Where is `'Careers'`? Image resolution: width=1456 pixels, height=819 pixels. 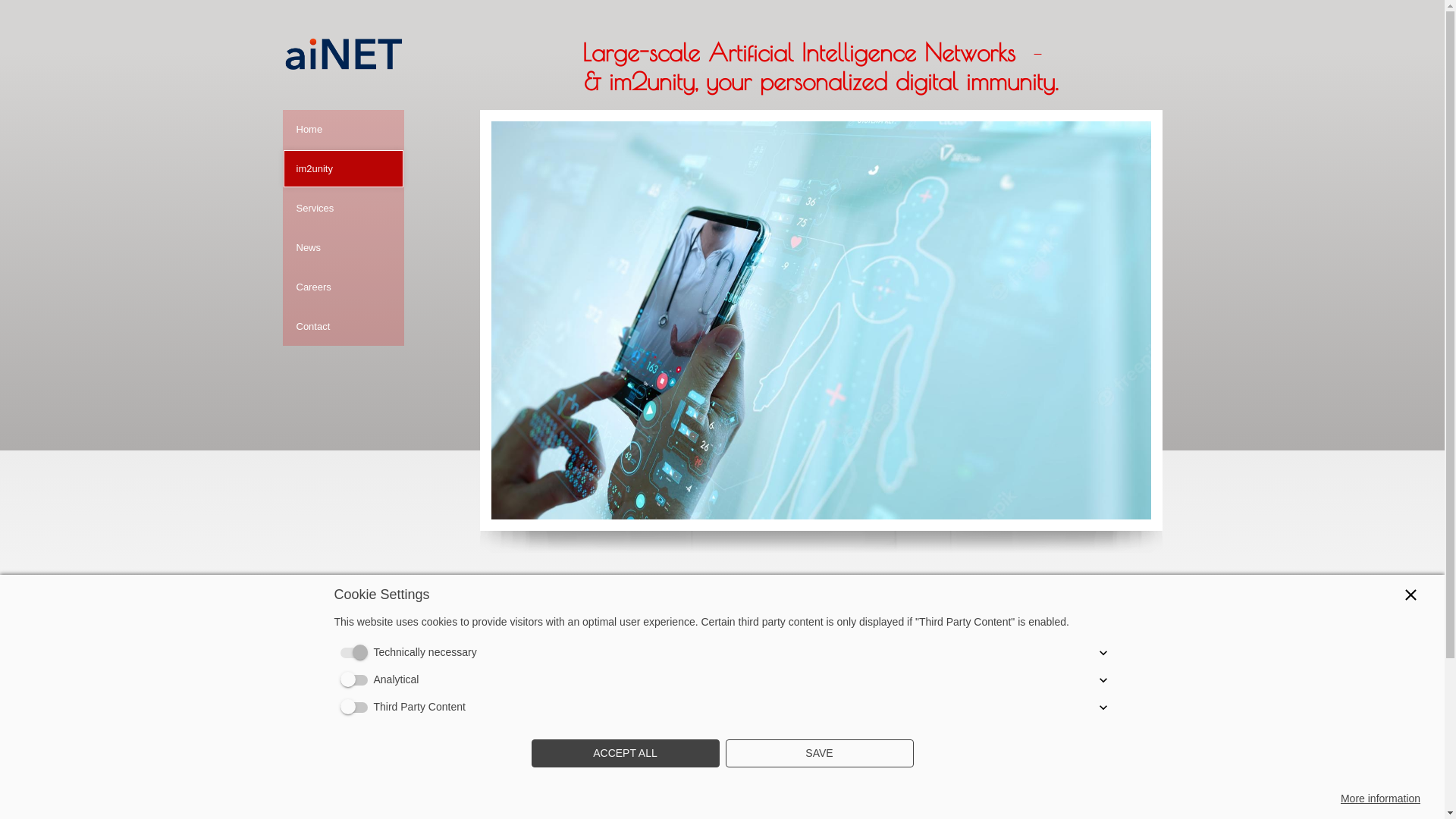
'Careers' is located at coordinates (341, 287).